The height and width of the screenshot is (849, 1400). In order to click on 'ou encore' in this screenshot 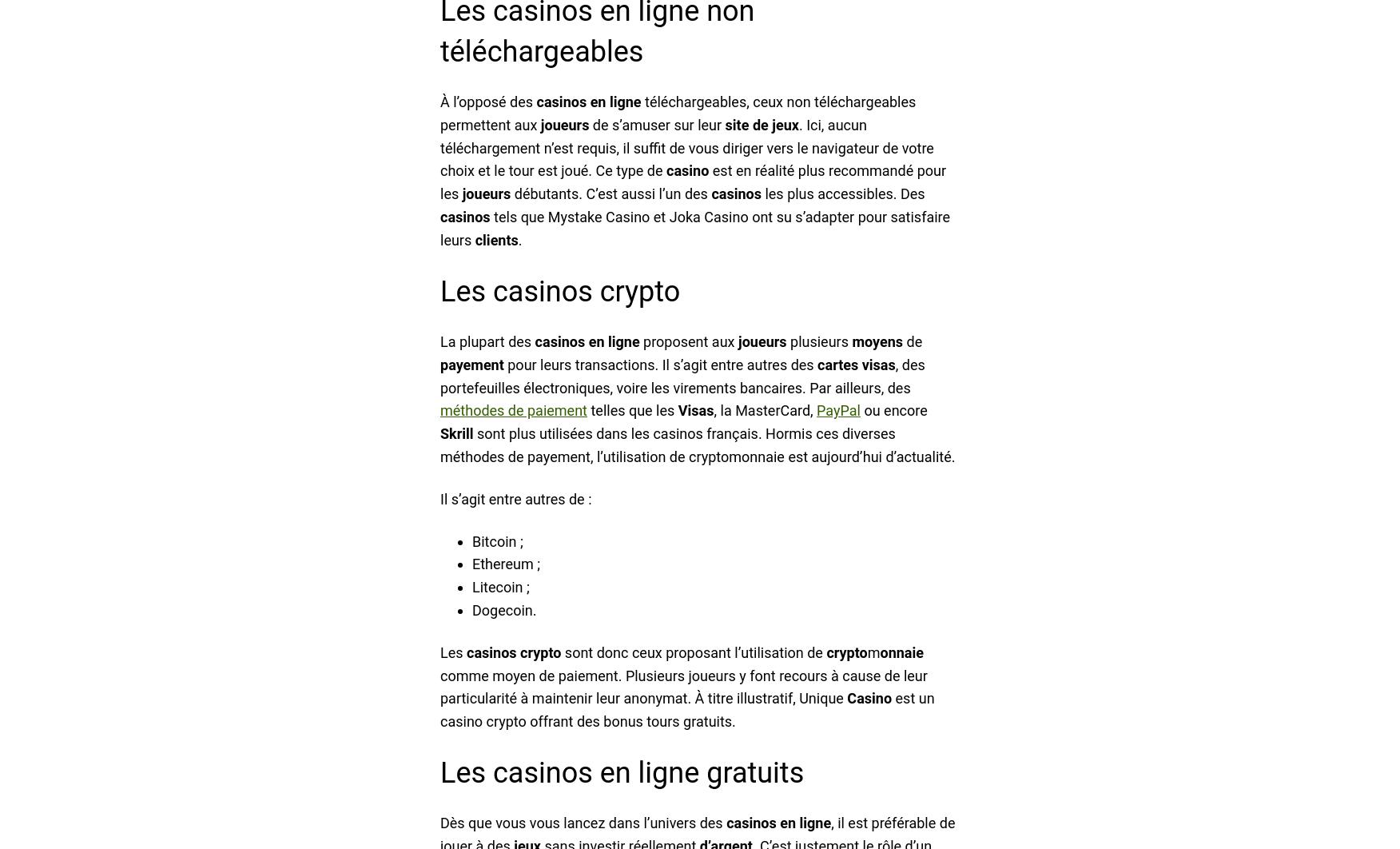, I will do `click(892, 409)`.